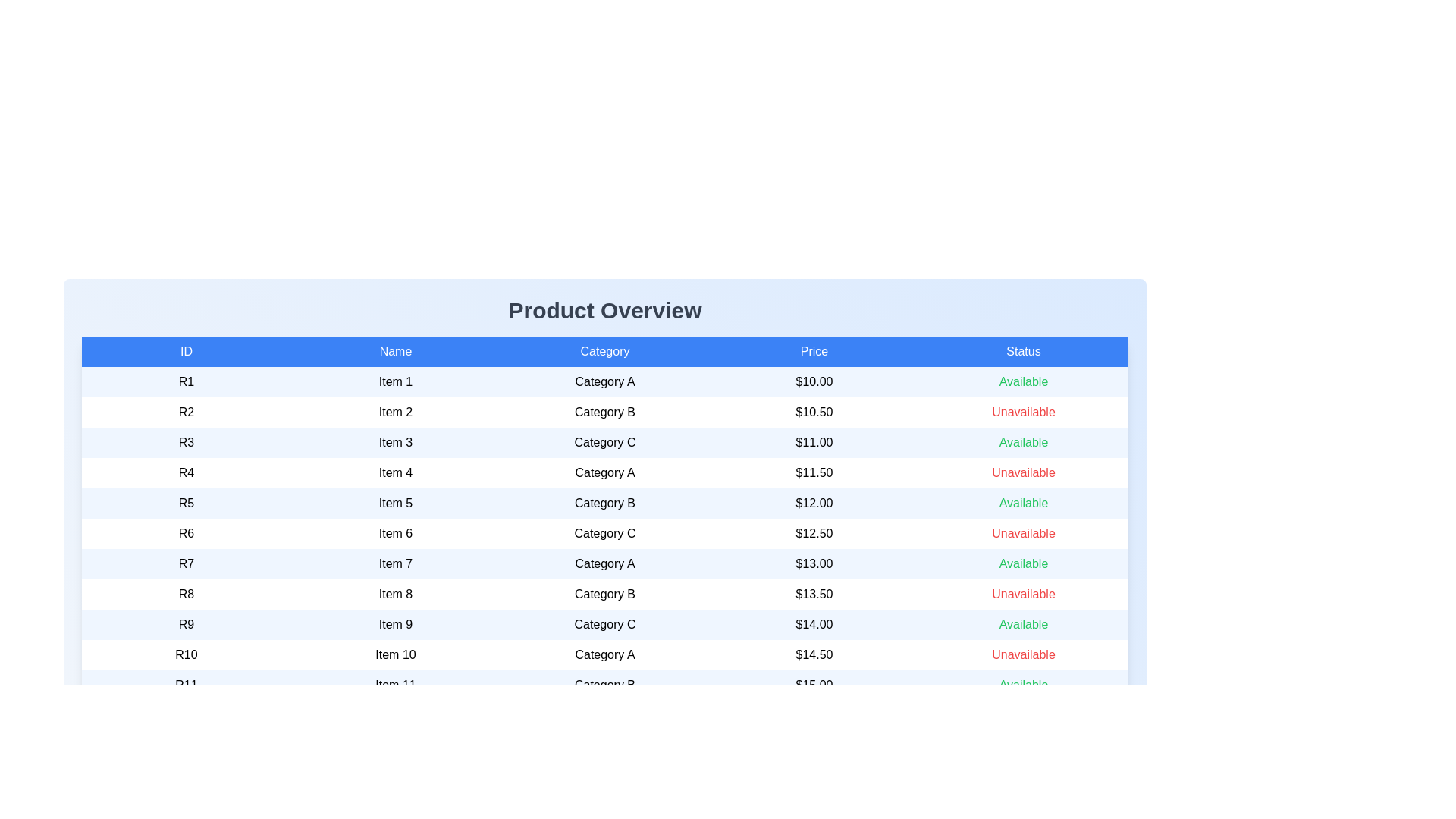 Image resolution: width=1456 pixels, height=819 pixels. I want to click on the table header to observe hover effects, so click(604, 351).